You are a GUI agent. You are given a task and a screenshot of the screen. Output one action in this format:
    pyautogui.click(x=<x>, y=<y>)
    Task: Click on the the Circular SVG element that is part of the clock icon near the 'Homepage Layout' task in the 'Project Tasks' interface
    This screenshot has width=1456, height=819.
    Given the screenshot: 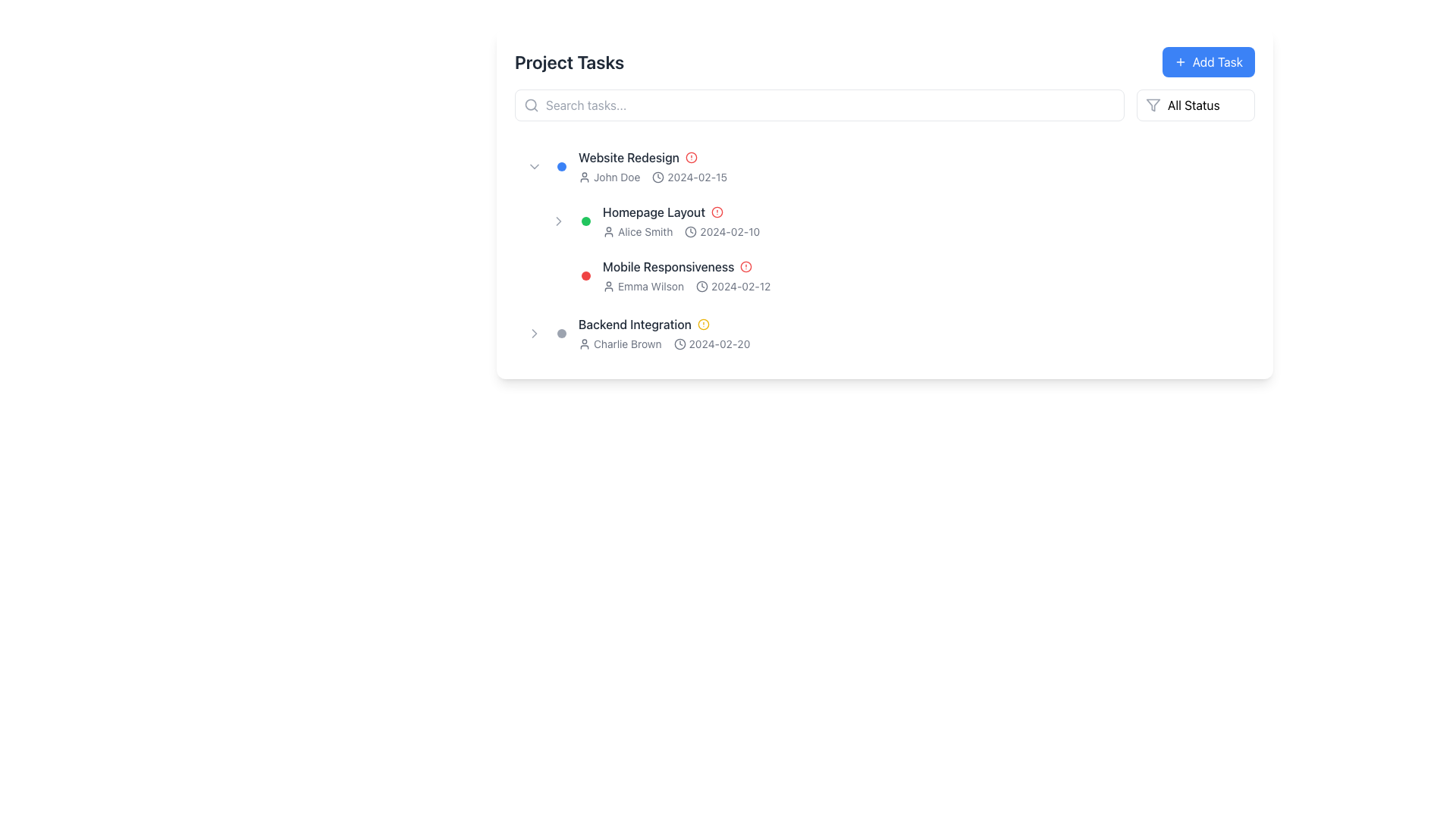 What is the action you would take?
    pyautogui.click(x=690, y=231)
    